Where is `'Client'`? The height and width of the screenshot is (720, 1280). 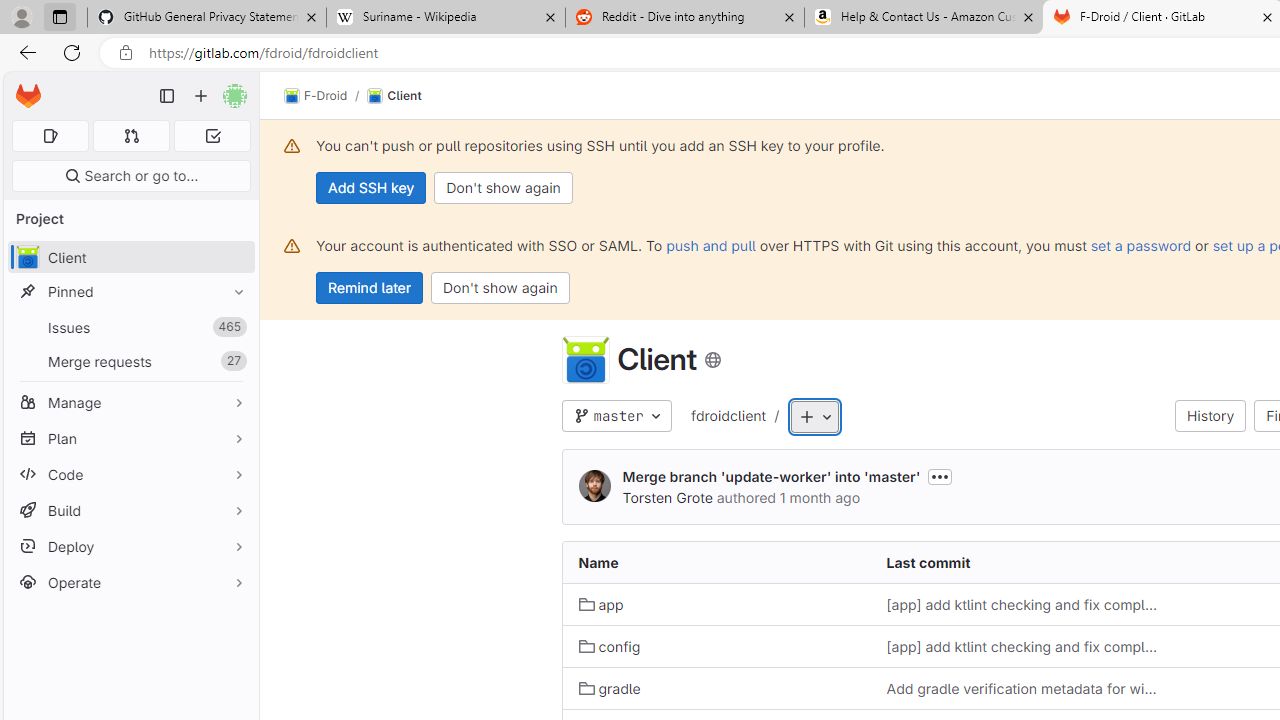
'Client' is located at coordinates (394, 96).